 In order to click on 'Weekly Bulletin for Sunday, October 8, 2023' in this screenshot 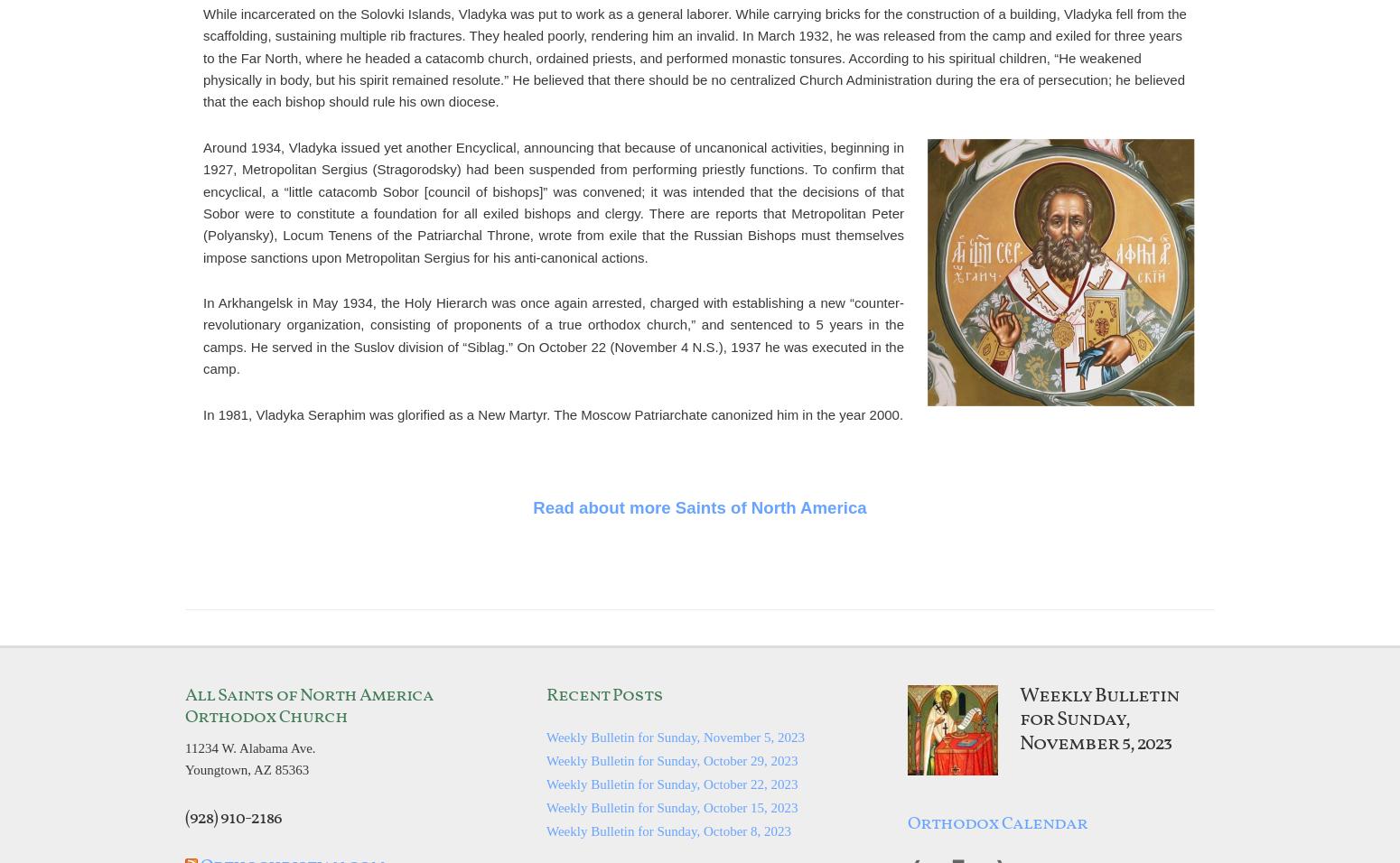, I will do `click(668, 830)`.